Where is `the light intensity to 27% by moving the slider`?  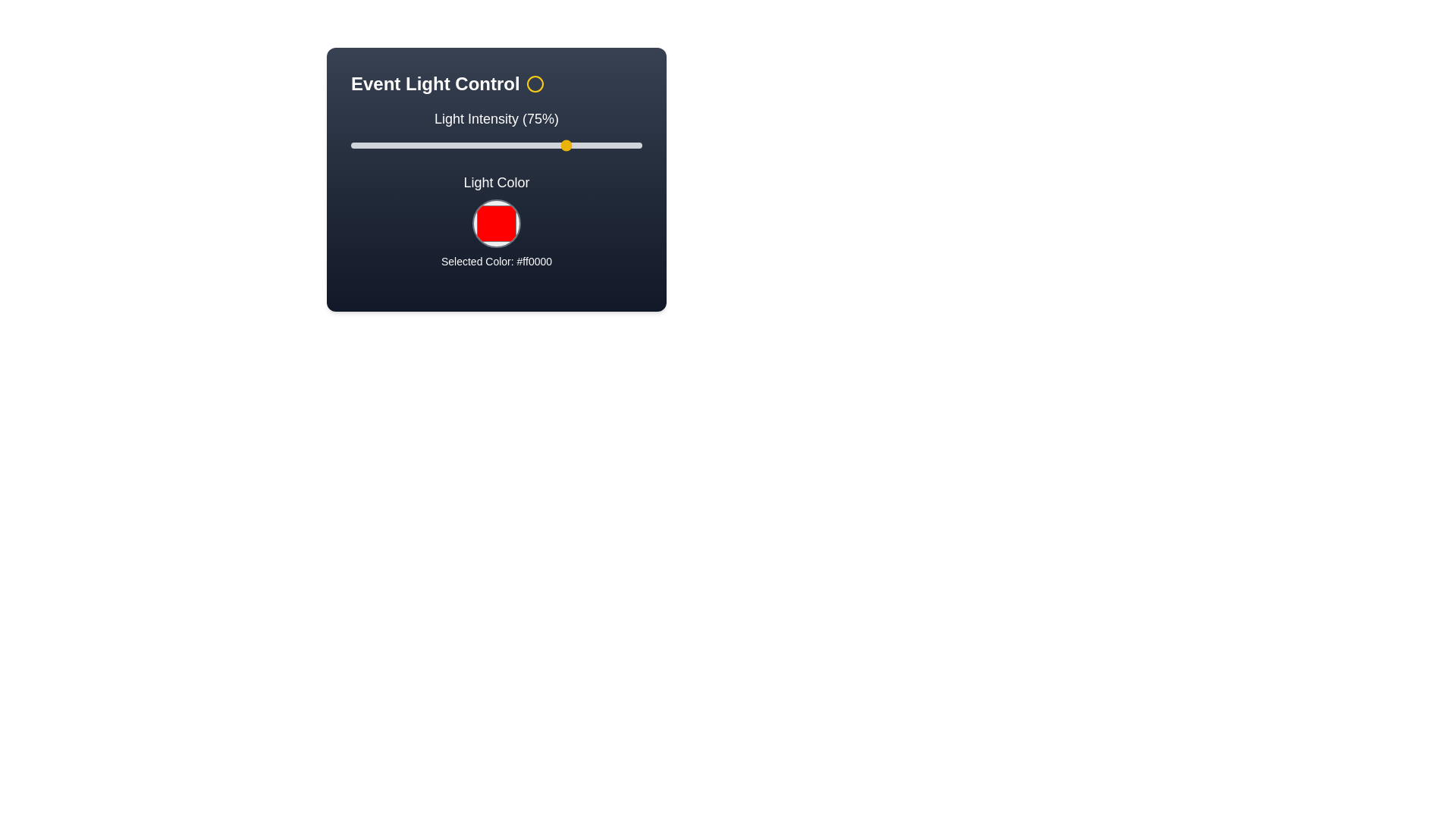
the light intensity to 27% by moving the slider is located at coordinates (428, 146).